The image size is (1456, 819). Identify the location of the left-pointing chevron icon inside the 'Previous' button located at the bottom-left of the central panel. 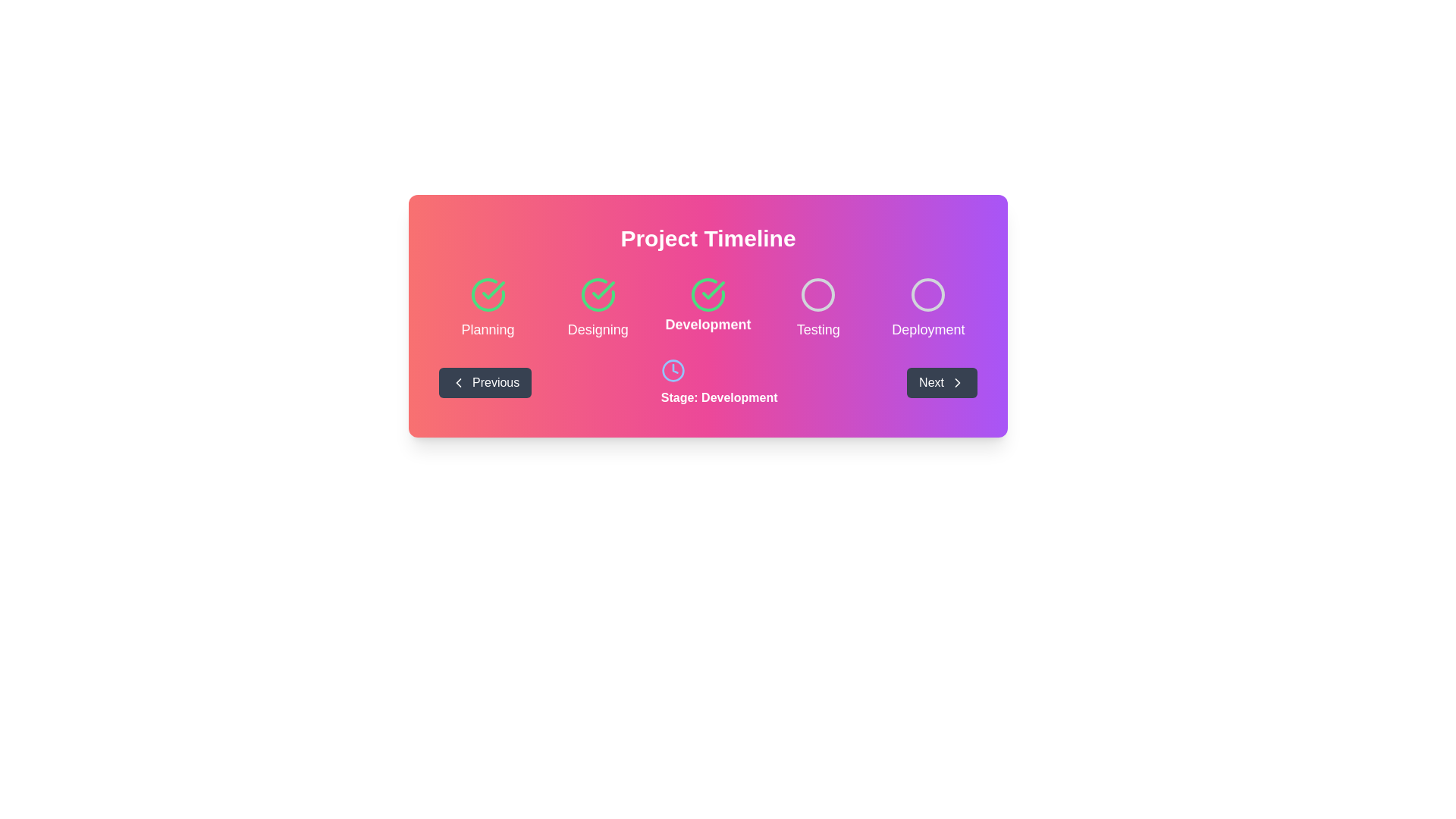
(457, 382).